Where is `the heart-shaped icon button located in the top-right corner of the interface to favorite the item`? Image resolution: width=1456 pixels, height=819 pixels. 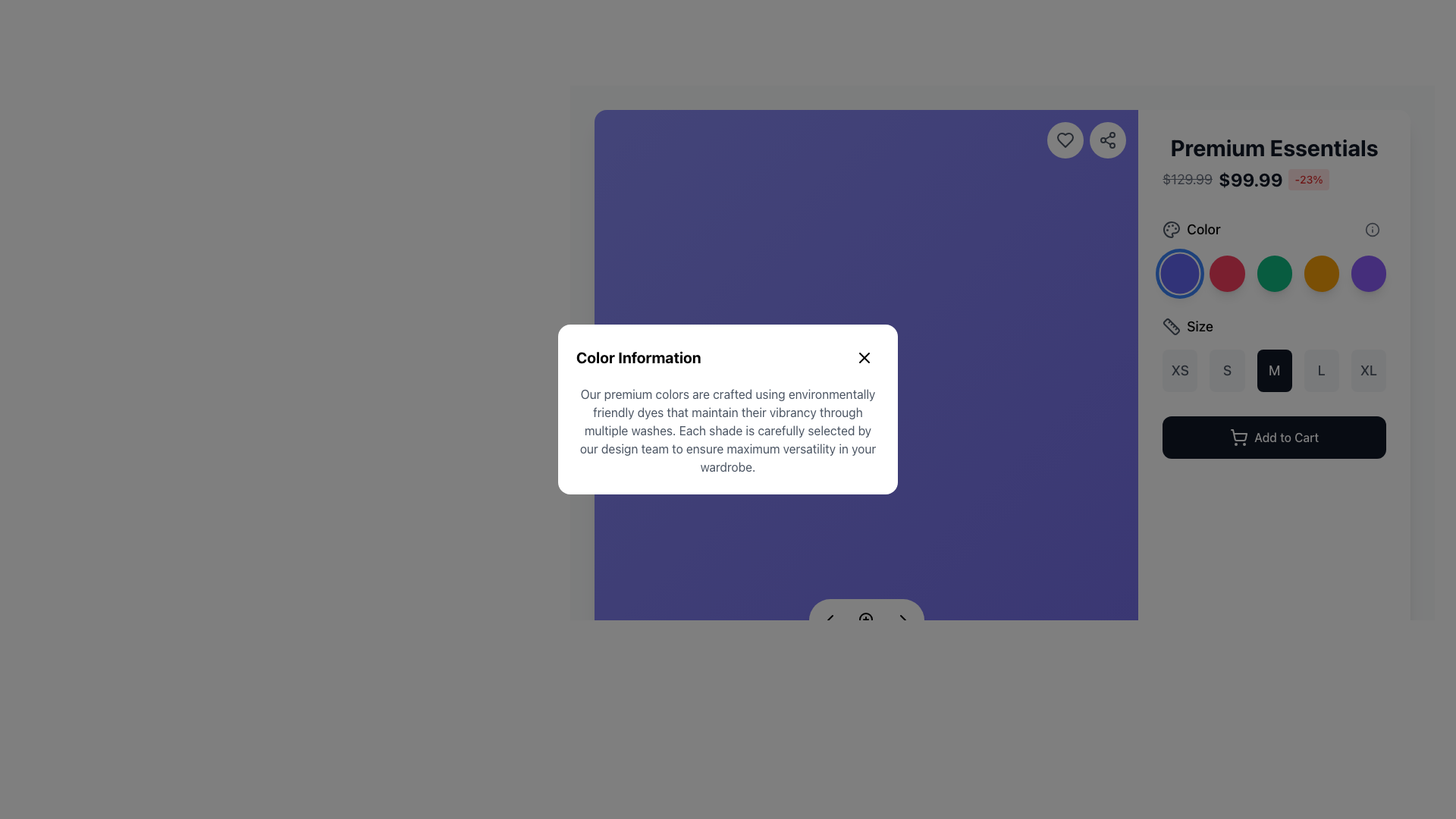 the heart-shaped icon button located in the top-right corner of the interface to favorite the item is located at coordinates (1065, 140).